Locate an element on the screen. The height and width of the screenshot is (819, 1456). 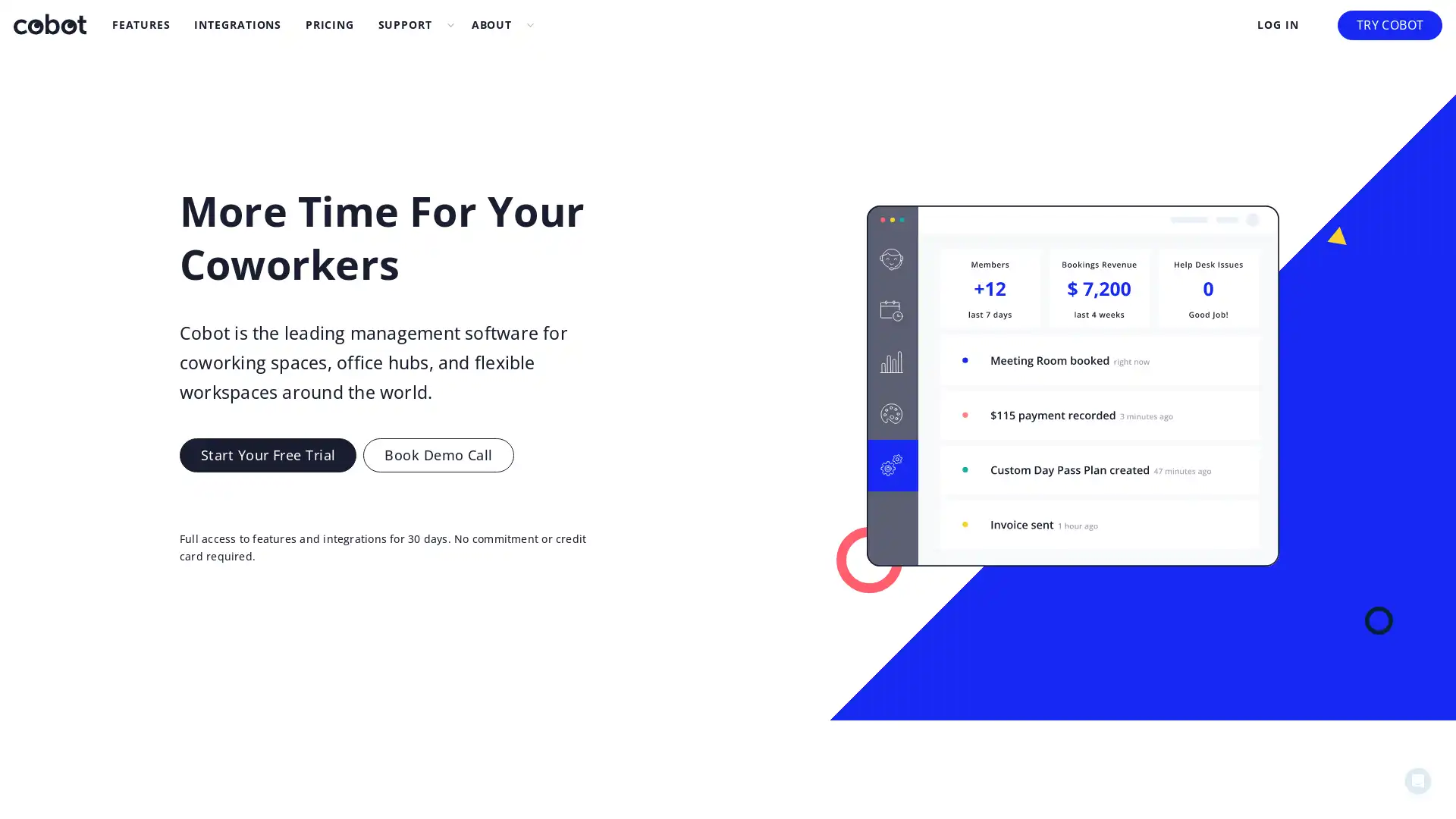
Open Intercom Messenger is located at coordinates (1417, 780).